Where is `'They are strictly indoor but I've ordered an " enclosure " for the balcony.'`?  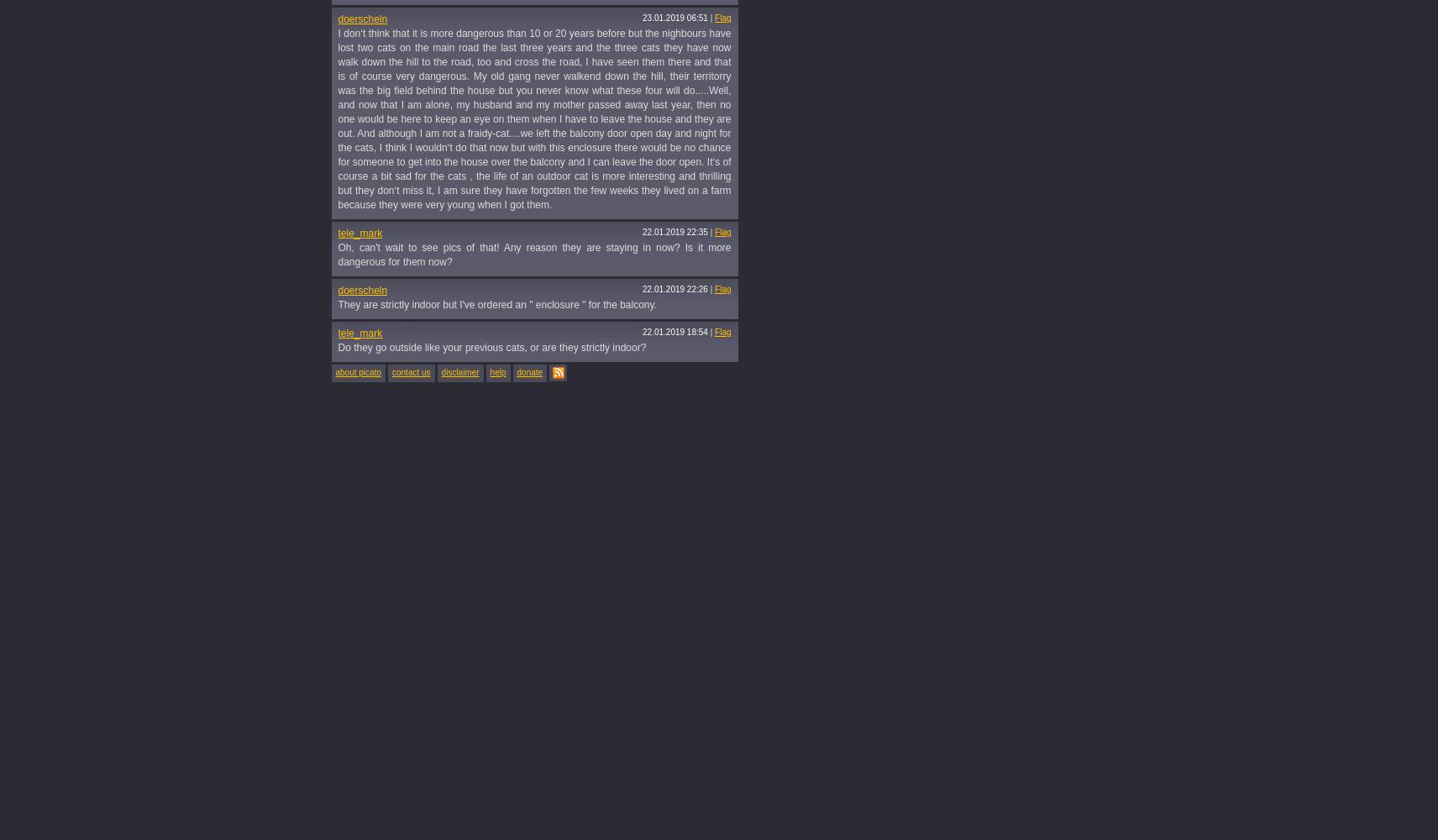 'They are strictly indoor but I've ordered an " enclosure " for the balcony.' is located at coordinates (496, 304).